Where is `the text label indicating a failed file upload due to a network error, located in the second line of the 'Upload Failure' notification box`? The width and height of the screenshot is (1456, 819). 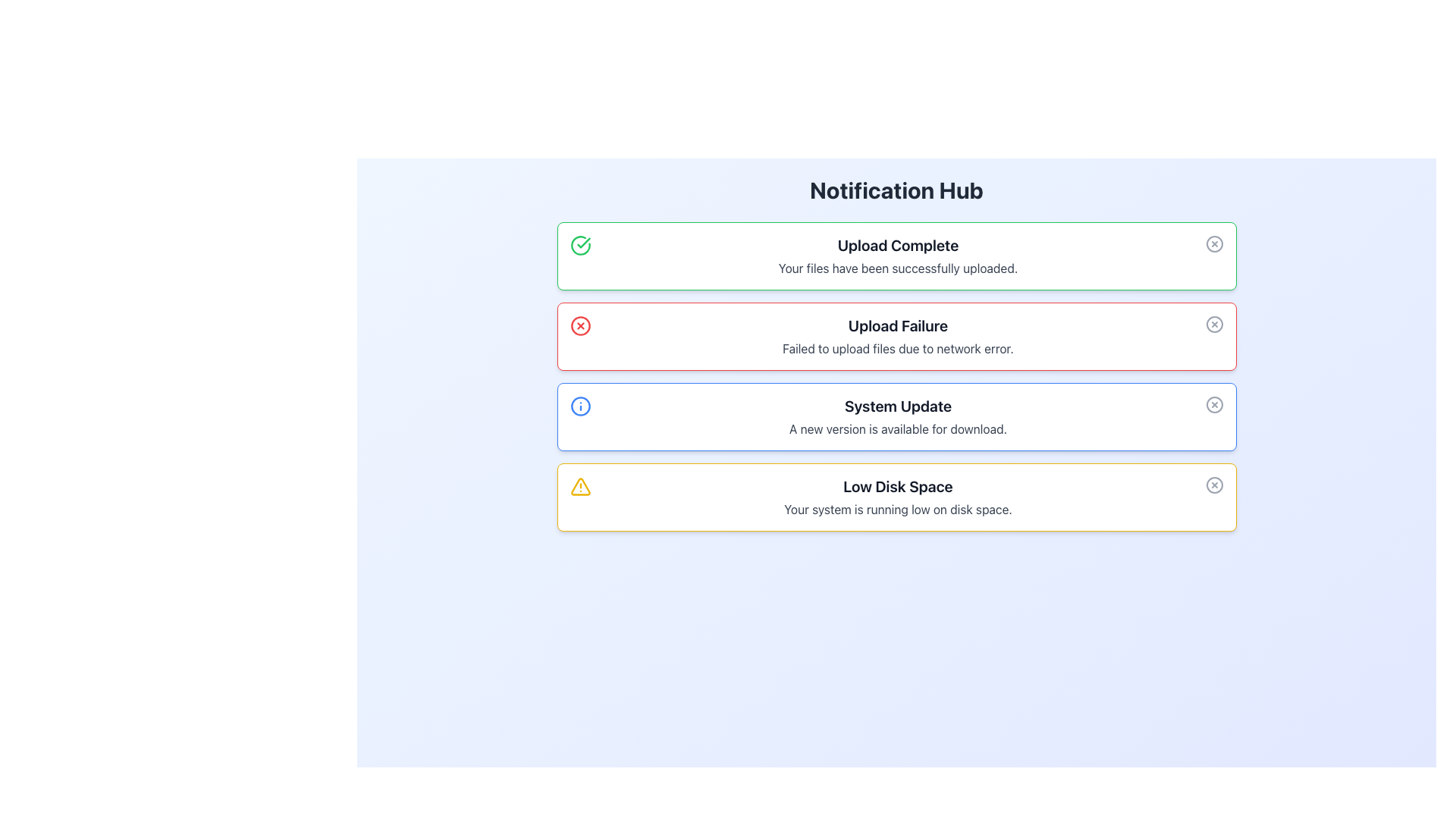 the text label indicating a failed file upload due to a network error, located in the second line of the 'Upload Failure' notification box is located at coordinates (898, 348).